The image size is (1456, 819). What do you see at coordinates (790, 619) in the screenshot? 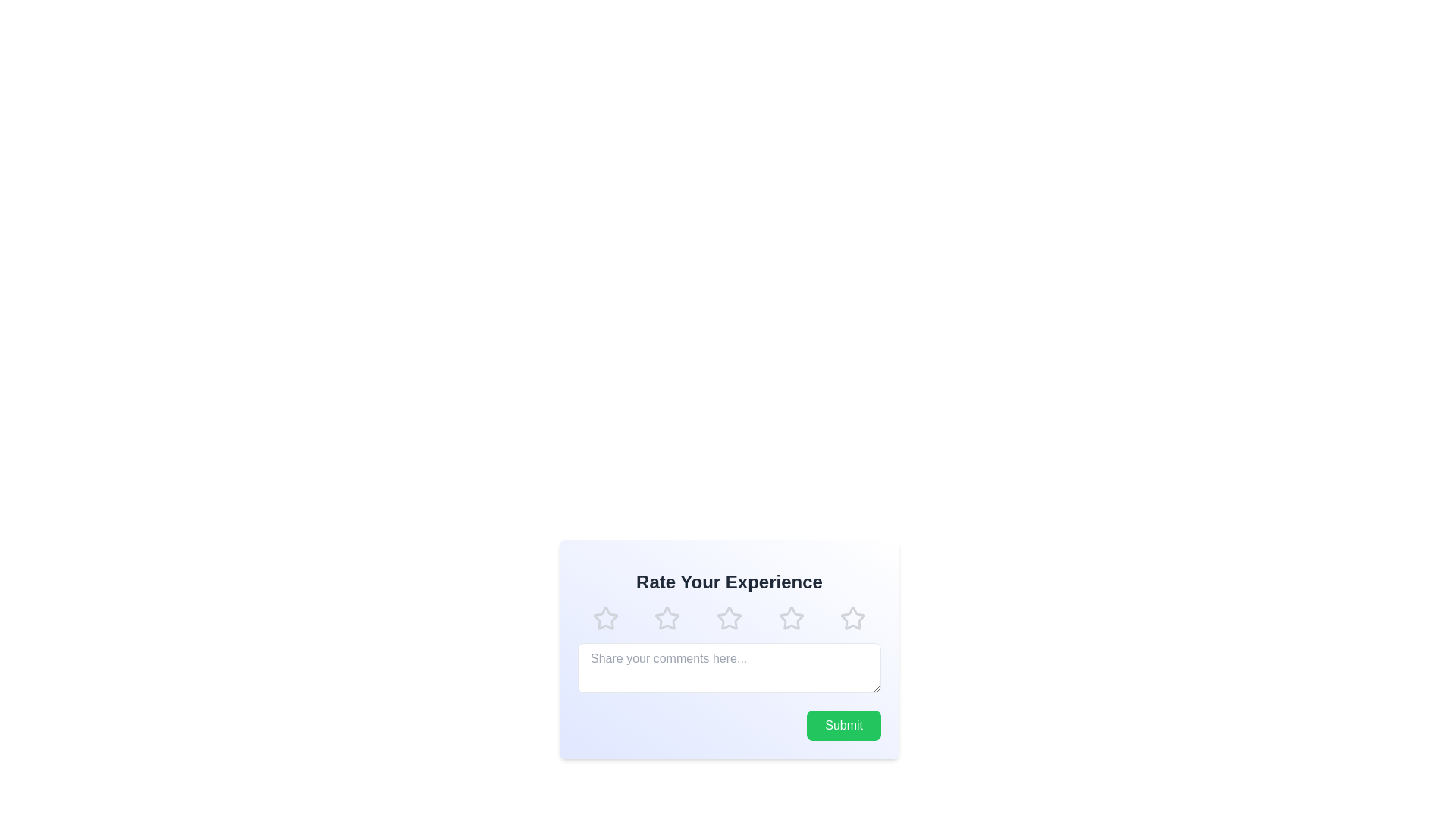
I see `the star rating to 4 stars` at bounding box center [790, 619].